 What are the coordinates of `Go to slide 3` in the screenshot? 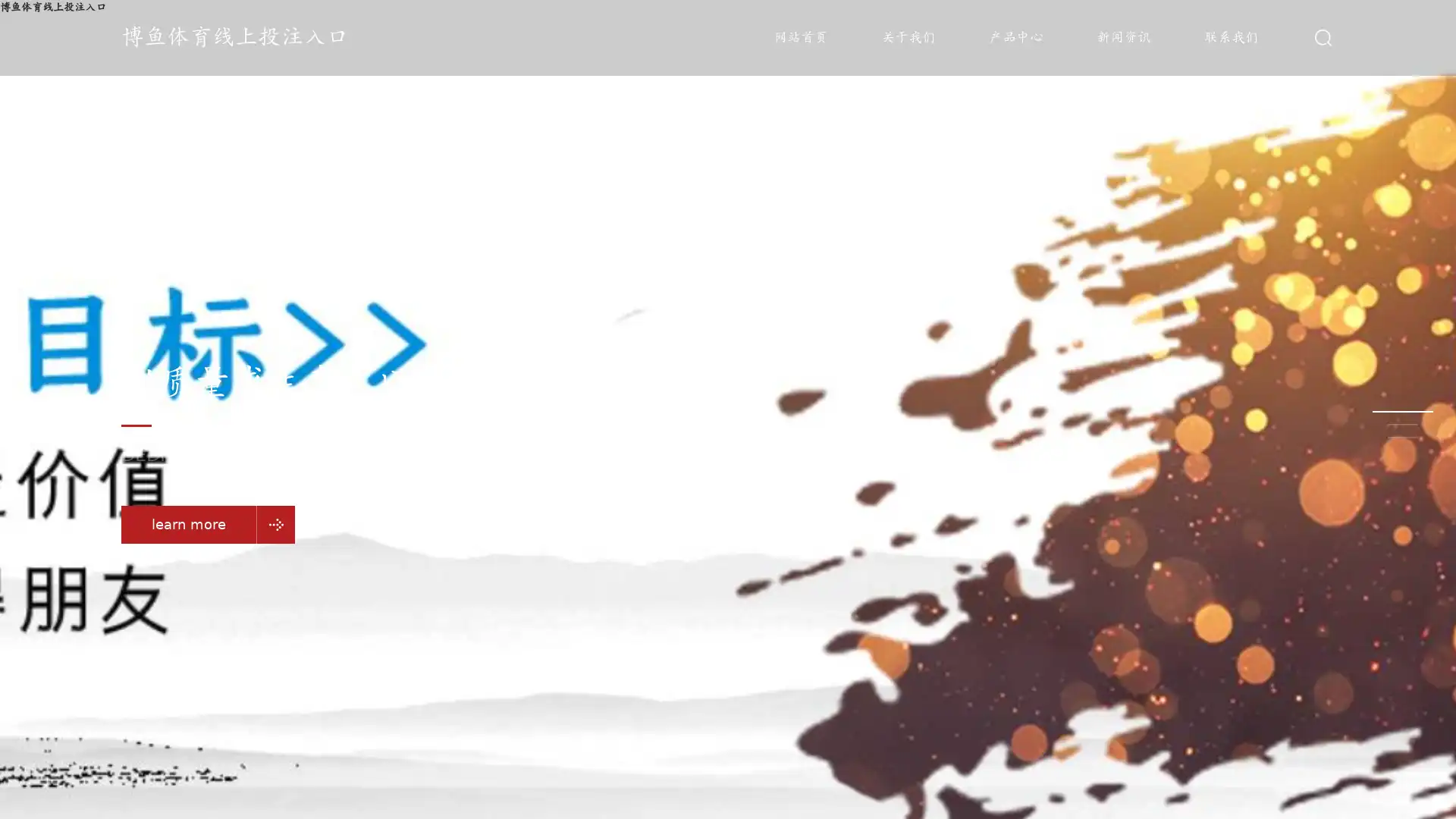 It's located at (1401, 438).